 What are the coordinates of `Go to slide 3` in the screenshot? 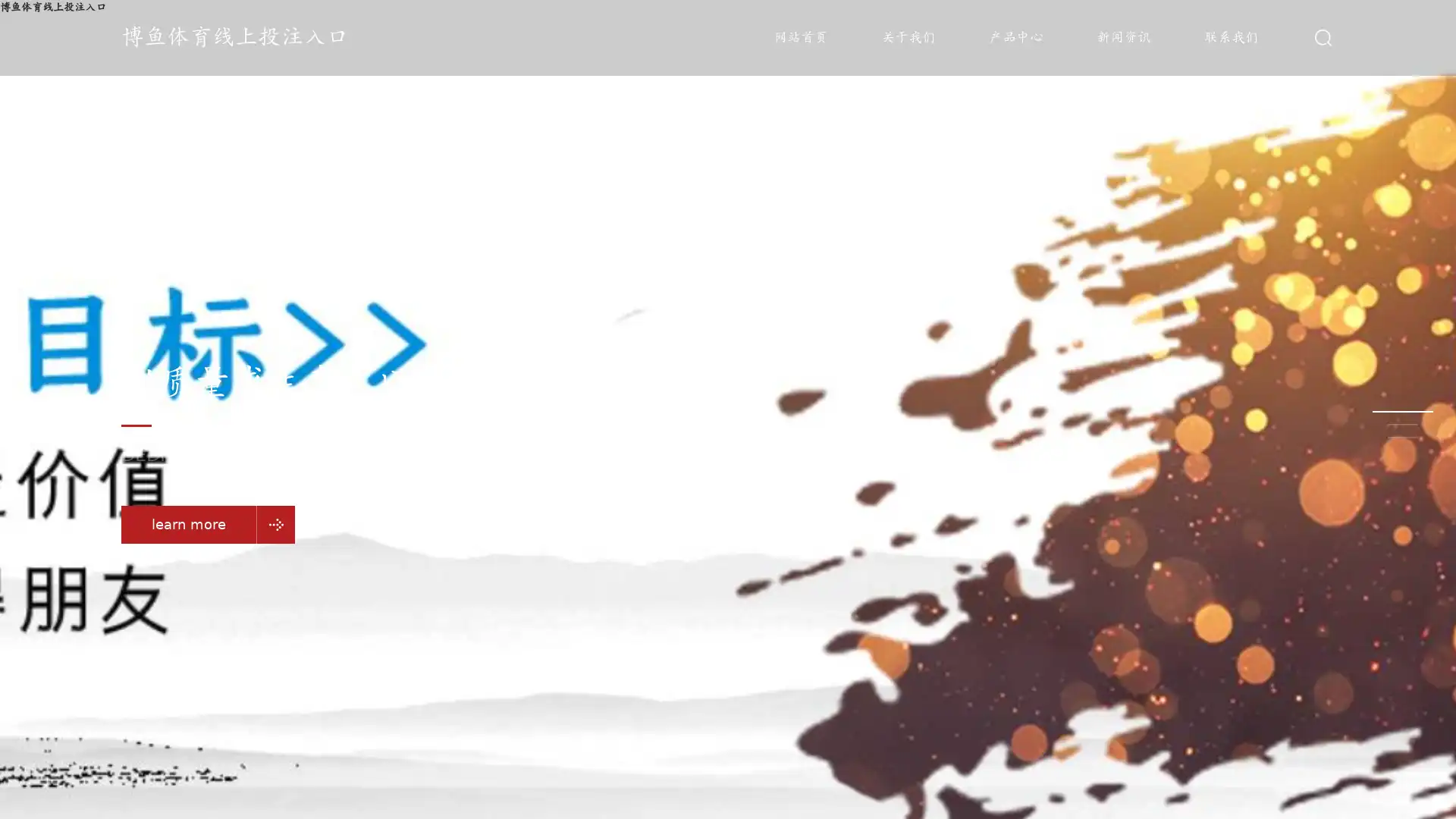 It's located at (1401, 438).